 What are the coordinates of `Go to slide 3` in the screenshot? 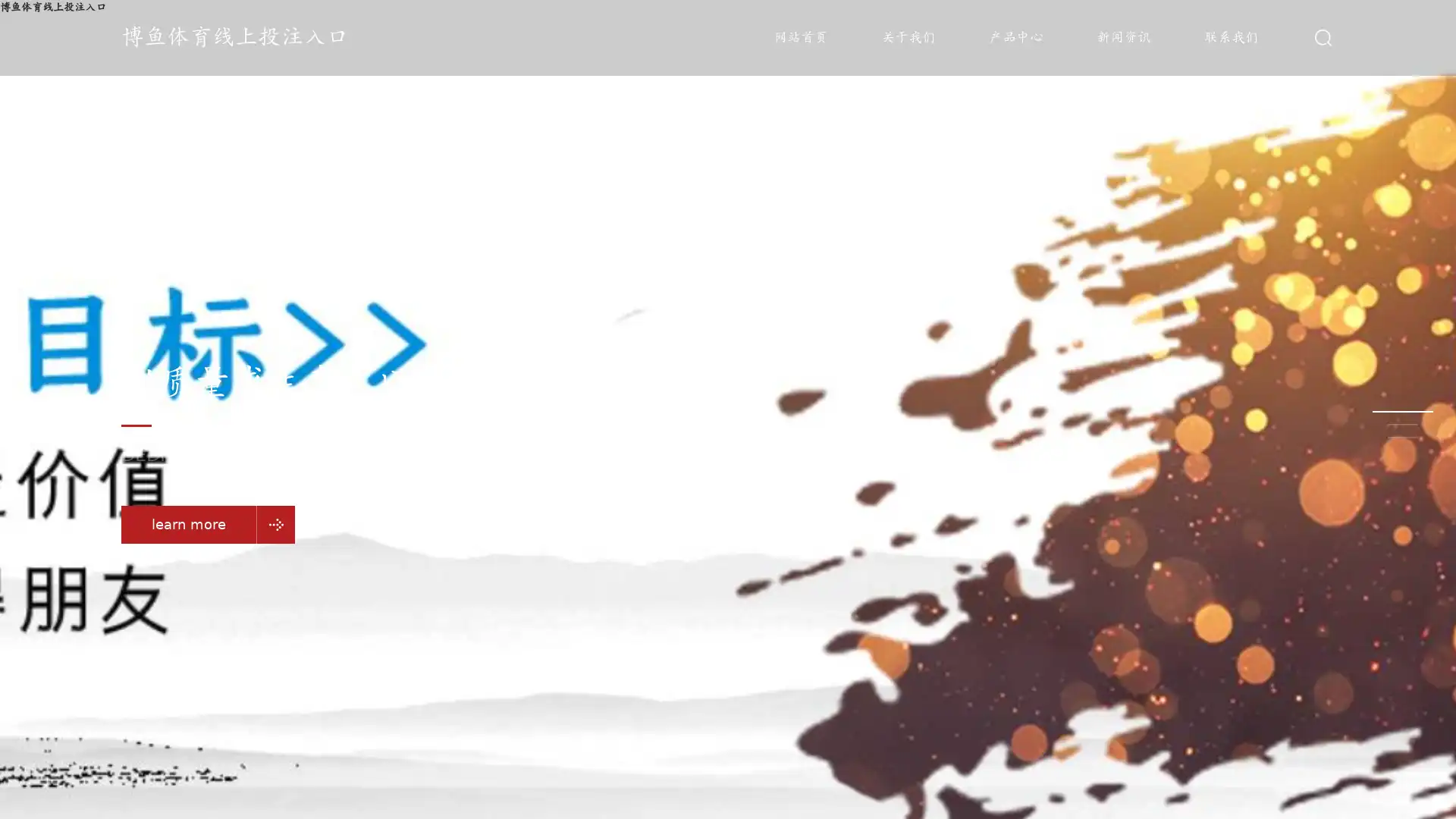 It's located at (1401, 438).